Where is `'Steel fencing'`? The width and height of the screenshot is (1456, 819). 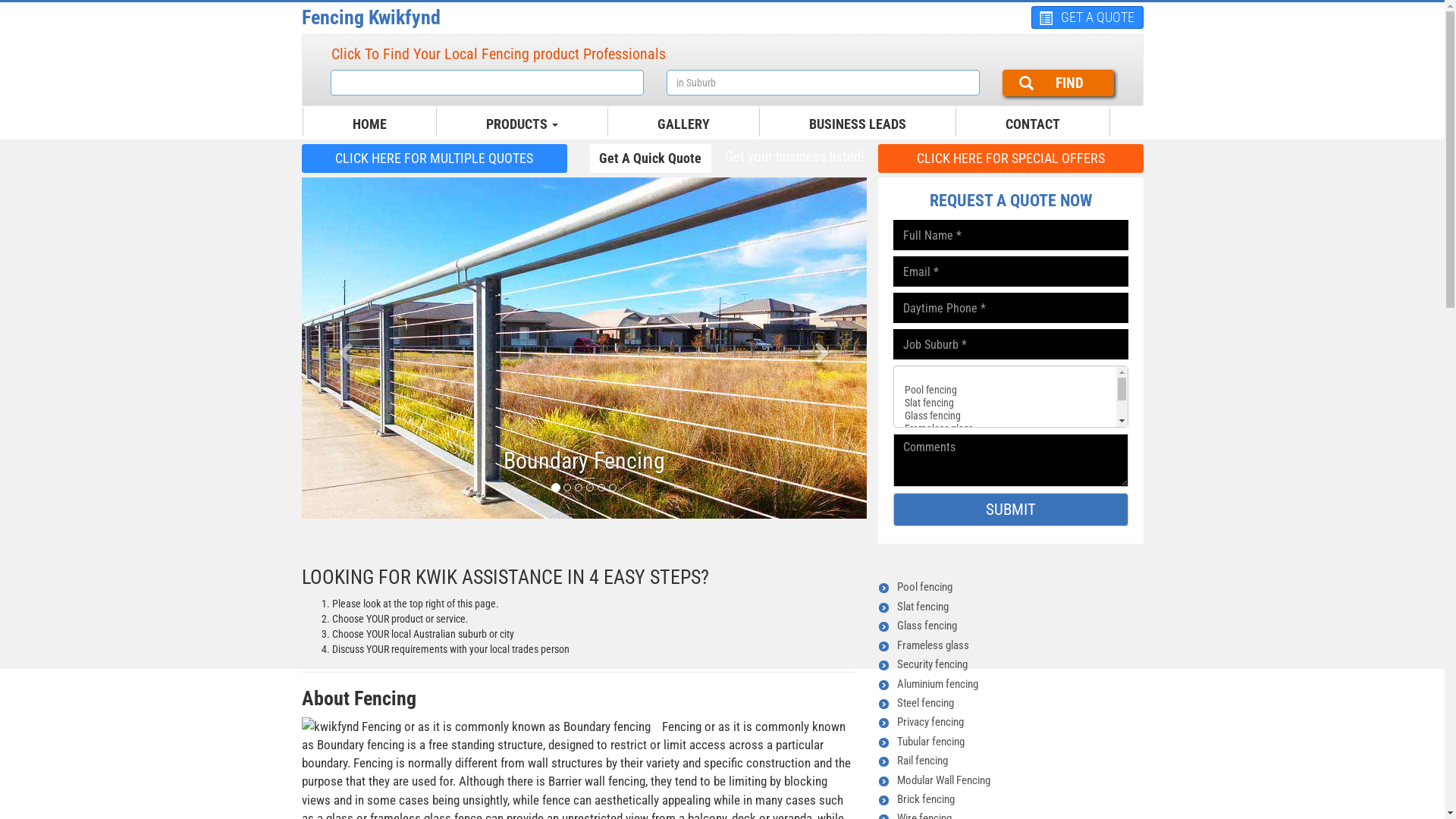 'Steel fencing' is located at coordinates (924, 702).